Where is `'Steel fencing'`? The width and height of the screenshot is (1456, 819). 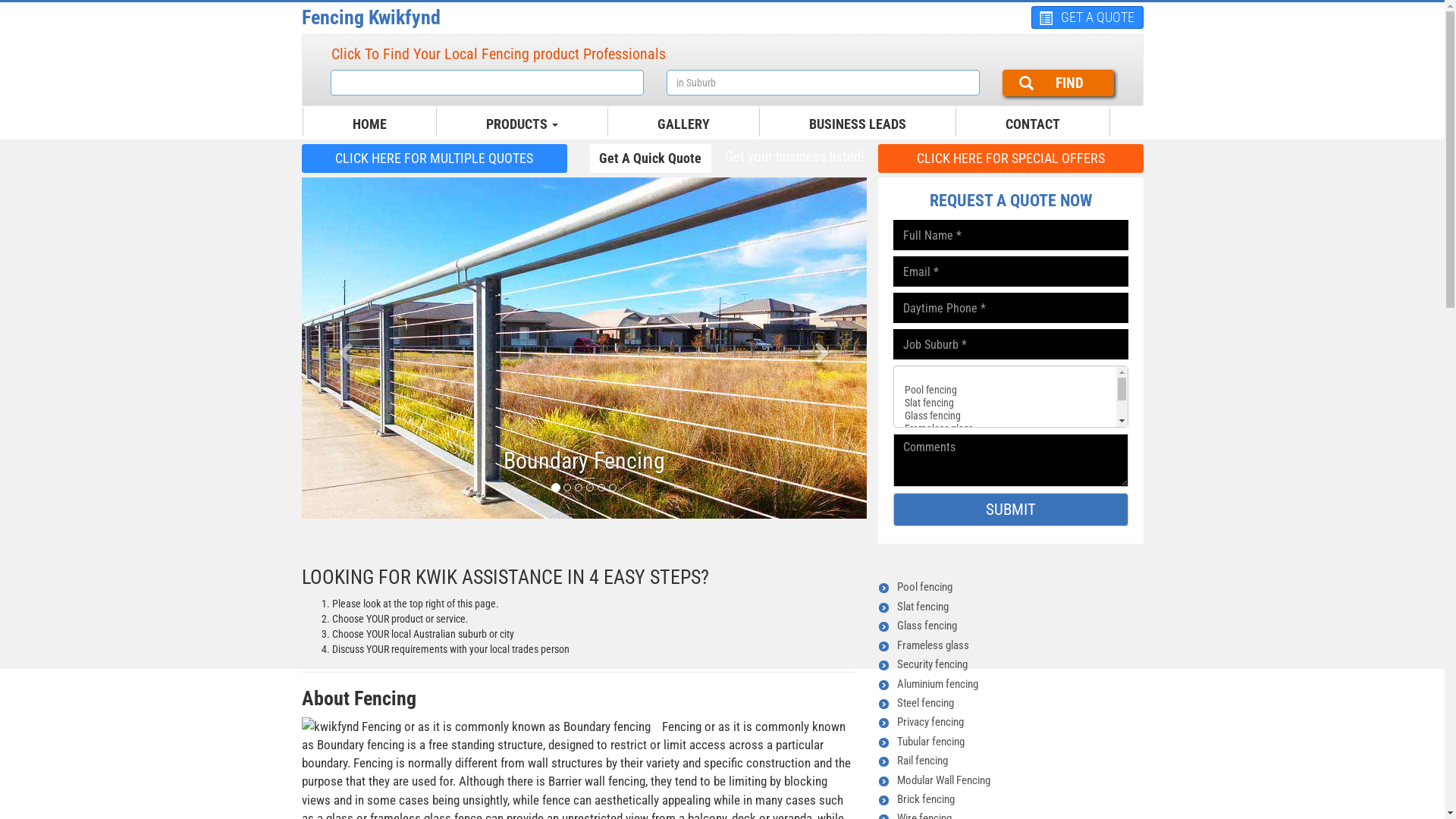 'Steel fencing' is located at coordinates (924, 702).